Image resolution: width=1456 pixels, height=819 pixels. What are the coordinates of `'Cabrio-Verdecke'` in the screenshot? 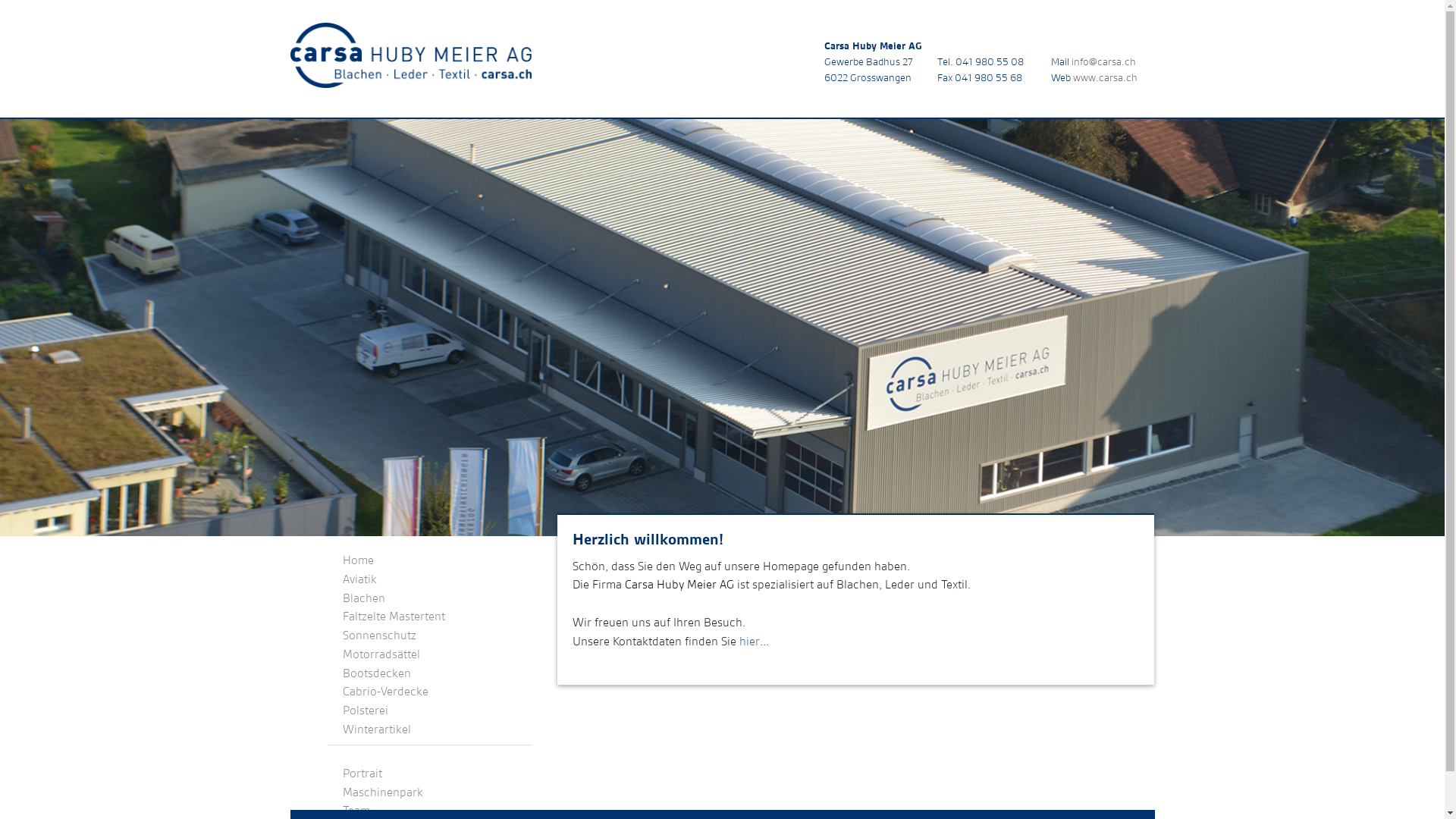 It's located at (385, 691).